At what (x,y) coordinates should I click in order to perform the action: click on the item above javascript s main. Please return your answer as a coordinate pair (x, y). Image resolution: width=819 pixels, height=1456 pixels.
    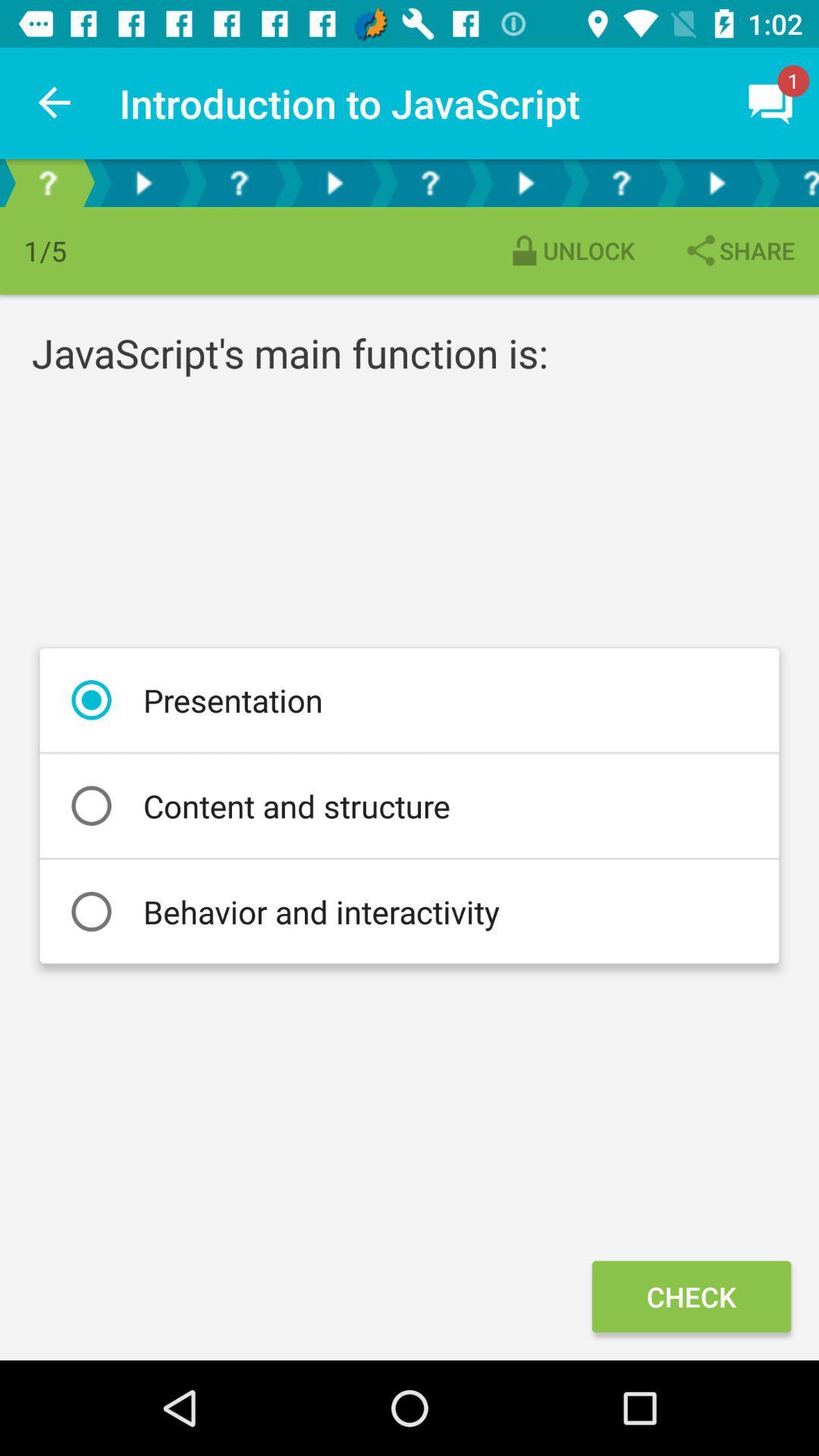
    Looking at the image, I should click on (570, 250).